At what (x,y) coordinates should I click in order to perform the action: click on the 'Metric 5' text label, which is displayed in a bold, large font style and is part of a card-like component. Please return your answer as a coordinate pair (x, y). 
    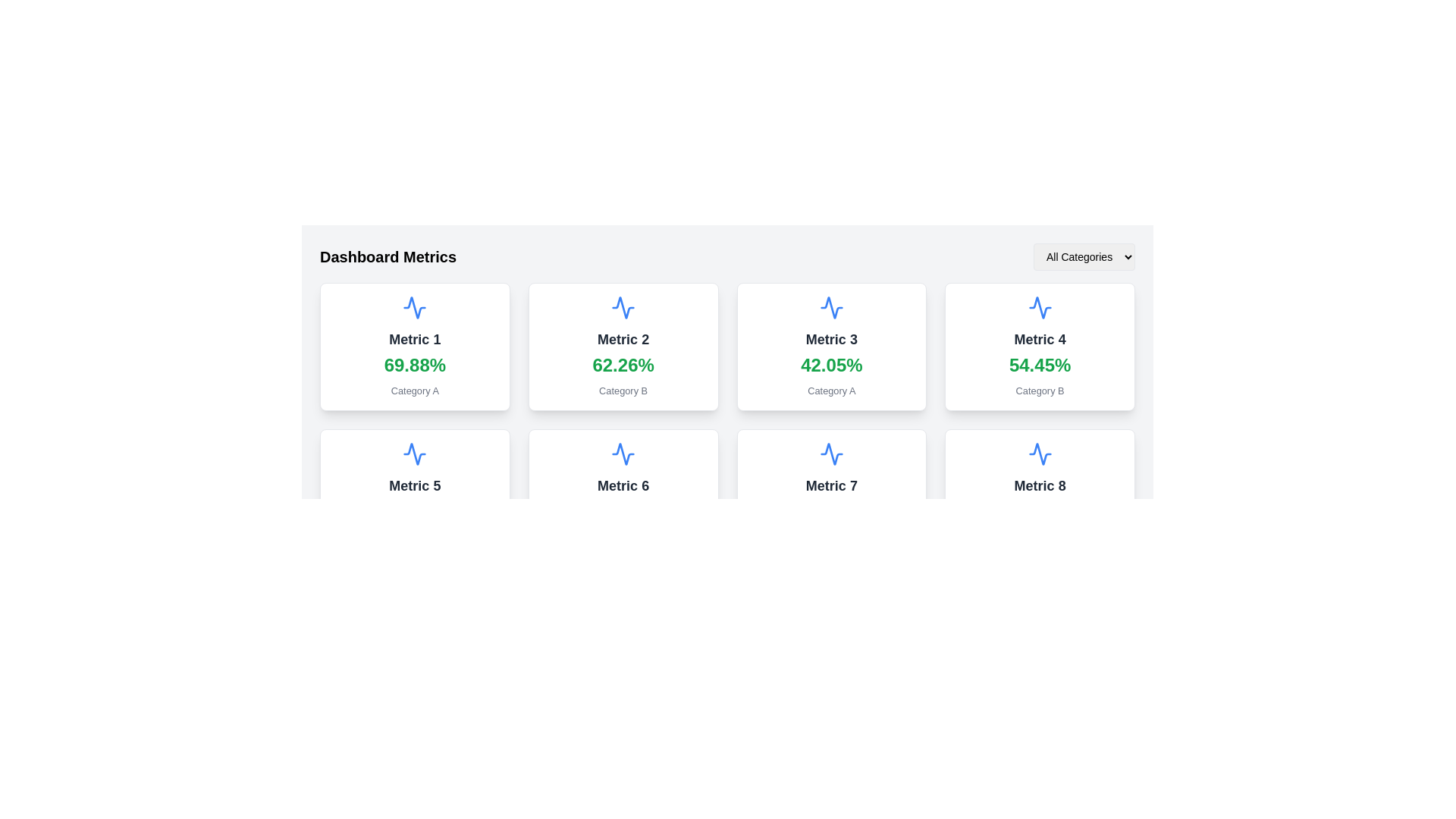
    Looking at the image, I should click on (415, 486).